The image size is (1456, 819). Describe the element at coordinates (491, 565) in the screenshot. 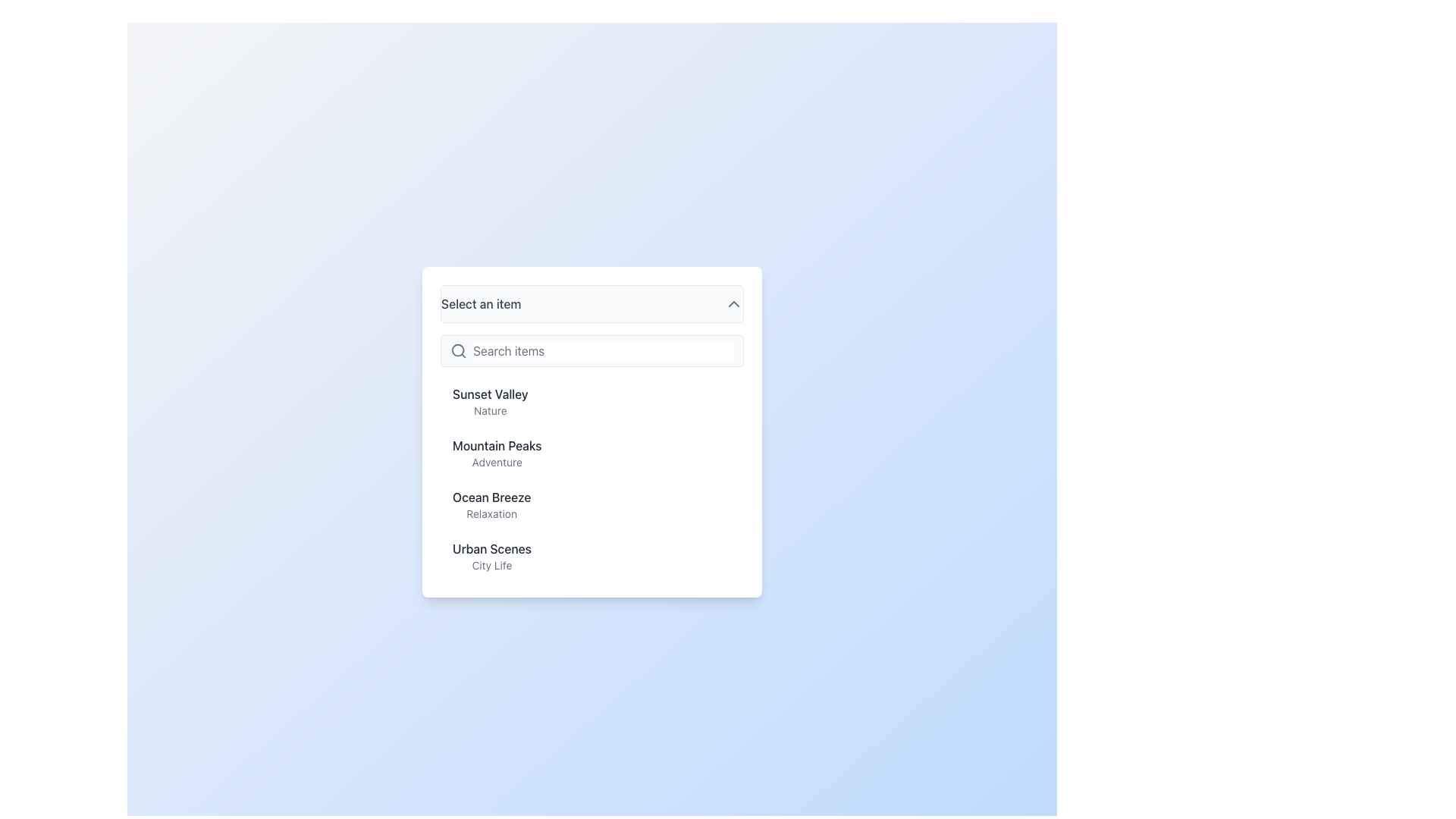

I see `the Text Label that displays 'City Life', which is positioned below the title 'Urban Scenes' in the dropdown list interface` at that location.